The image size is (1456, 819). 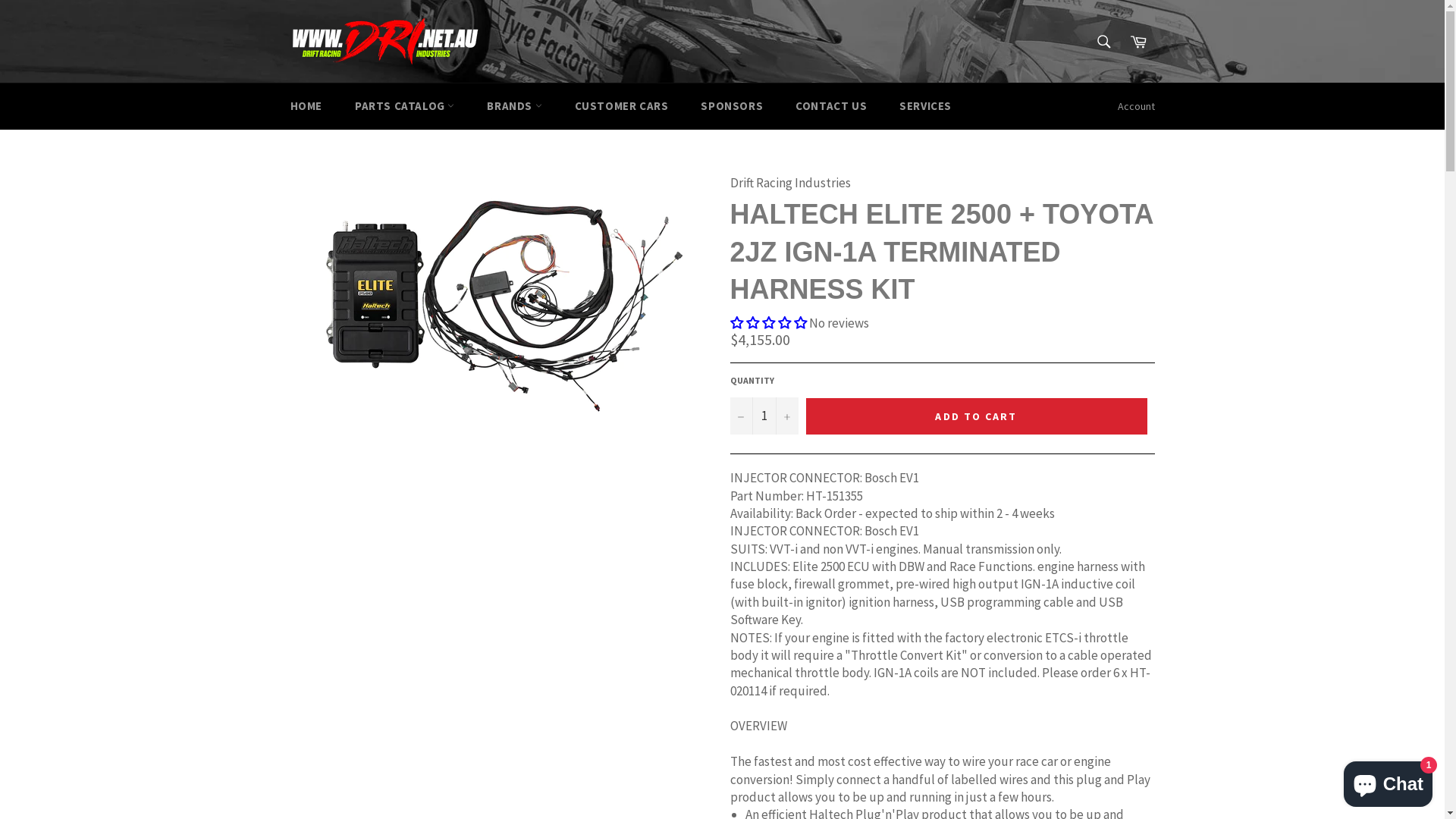 What do you see at coordinates (404, 105) in the screenshot?
I see `'PARTS CATALOG'` at bounding box center [404, 105].